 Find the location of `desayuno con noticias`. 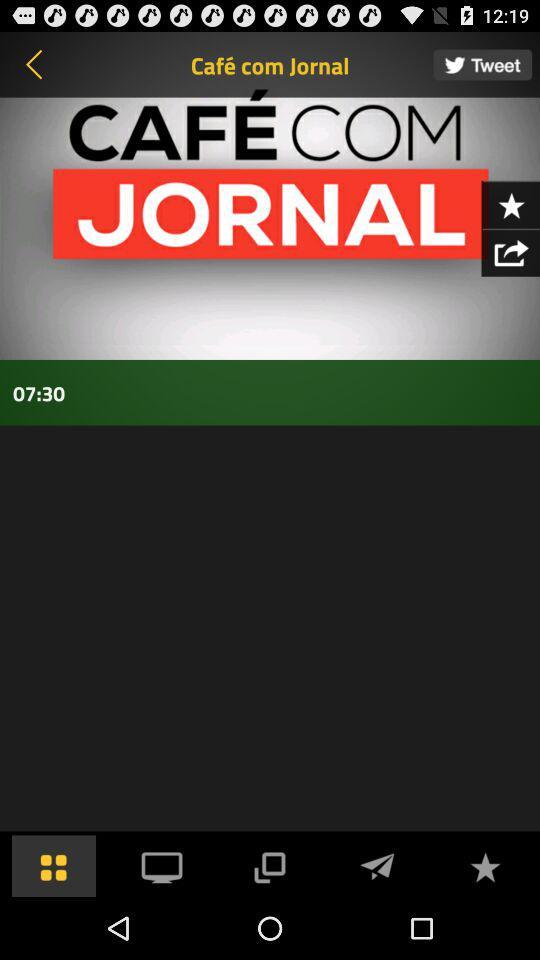

desayuno con noticias is located at coordinates (481, 64).